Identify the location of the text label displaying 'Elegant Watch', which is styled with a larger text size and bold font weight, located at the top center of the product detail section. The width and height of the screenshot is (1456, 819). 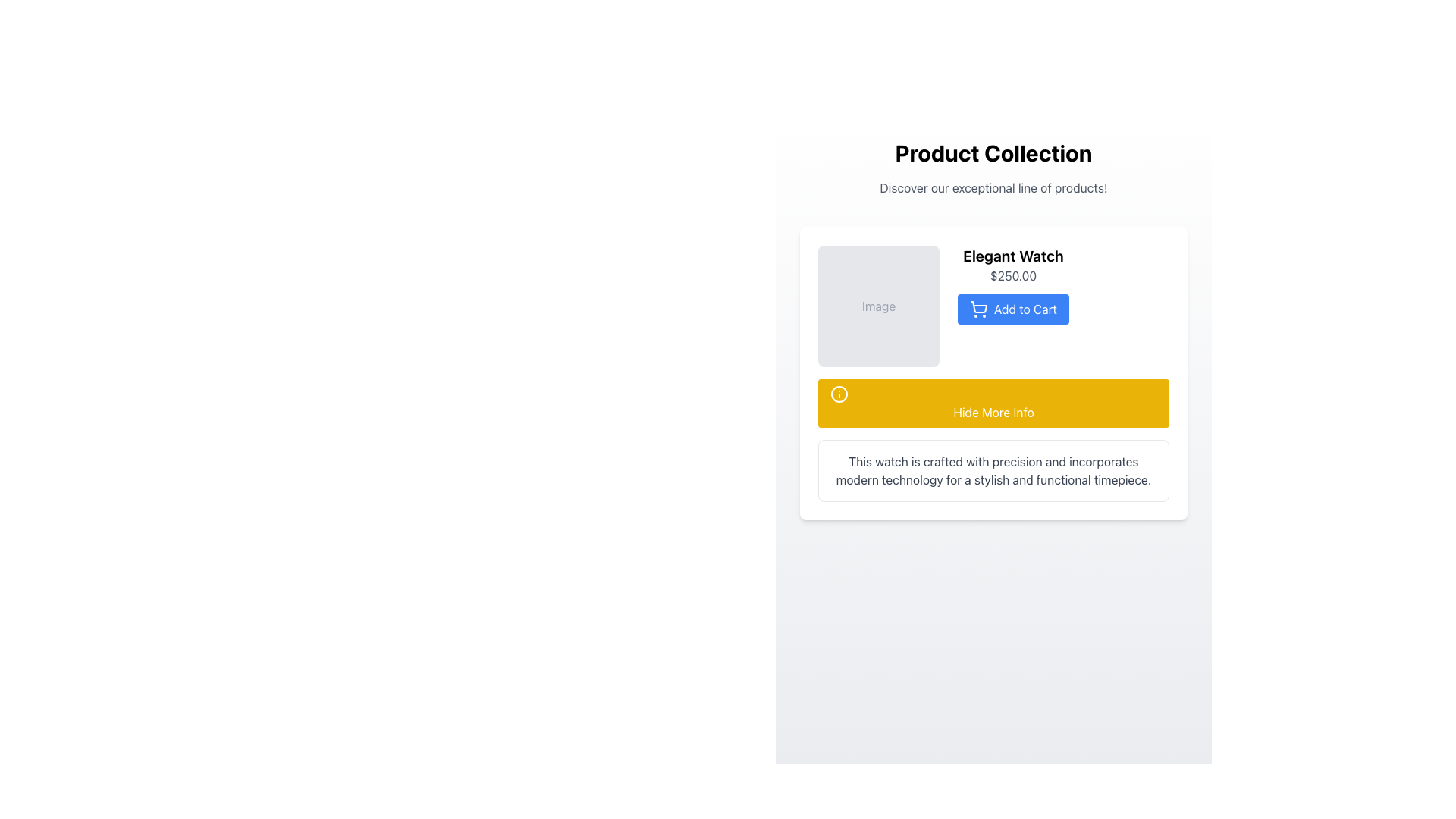
(1013, 256).